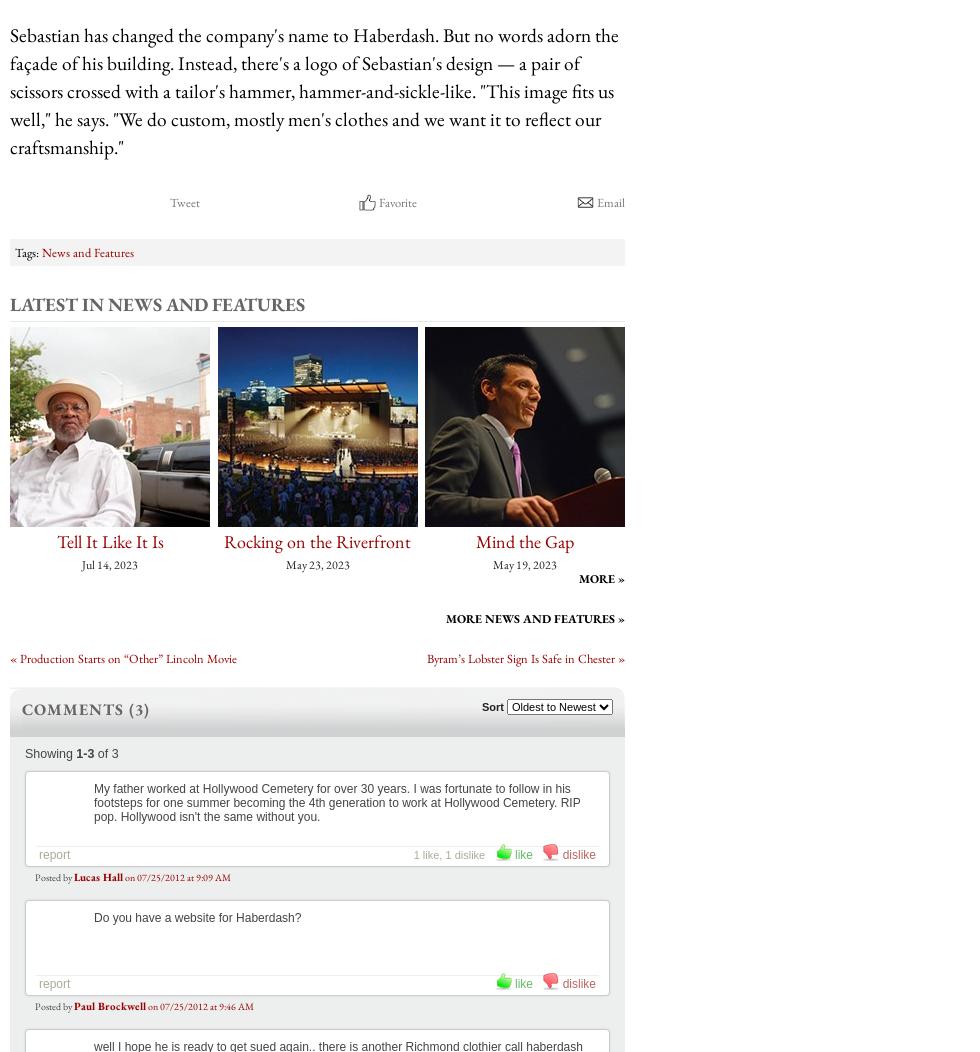  What do you see at coordinates (317, 565) in the screenshot?
I see `'May 23, 2023'` at bounding box center [317, 565].